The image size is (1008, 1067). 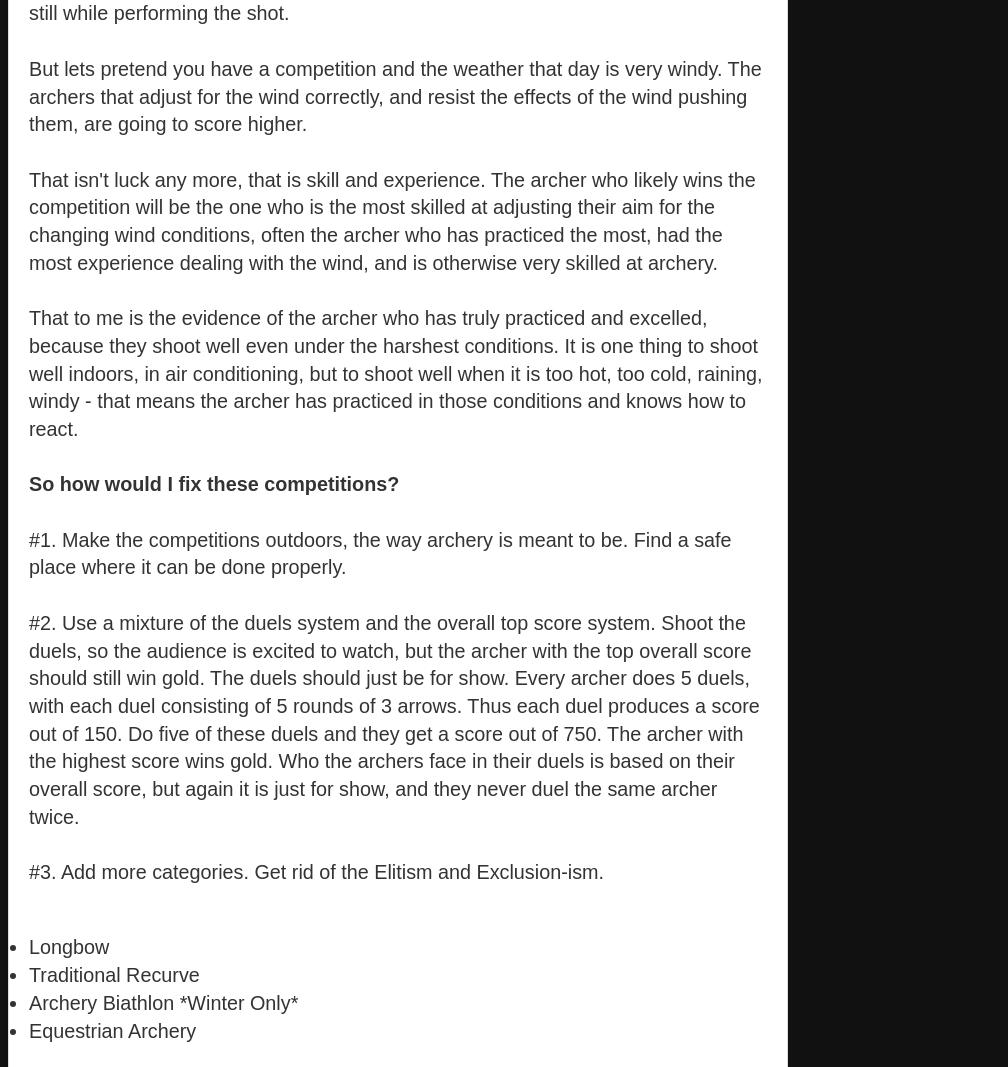 I want to click on 'That isn't luck any more, that is skill and experience. The archer who likely wins the competition will be the one who is the most skilled at adjusting their aim for the changing wind conditions, often the archer who has practiced the most, had the most experience dealing with the wind, and is otherwise very skilled at archery.', so click(x=392, y=220).